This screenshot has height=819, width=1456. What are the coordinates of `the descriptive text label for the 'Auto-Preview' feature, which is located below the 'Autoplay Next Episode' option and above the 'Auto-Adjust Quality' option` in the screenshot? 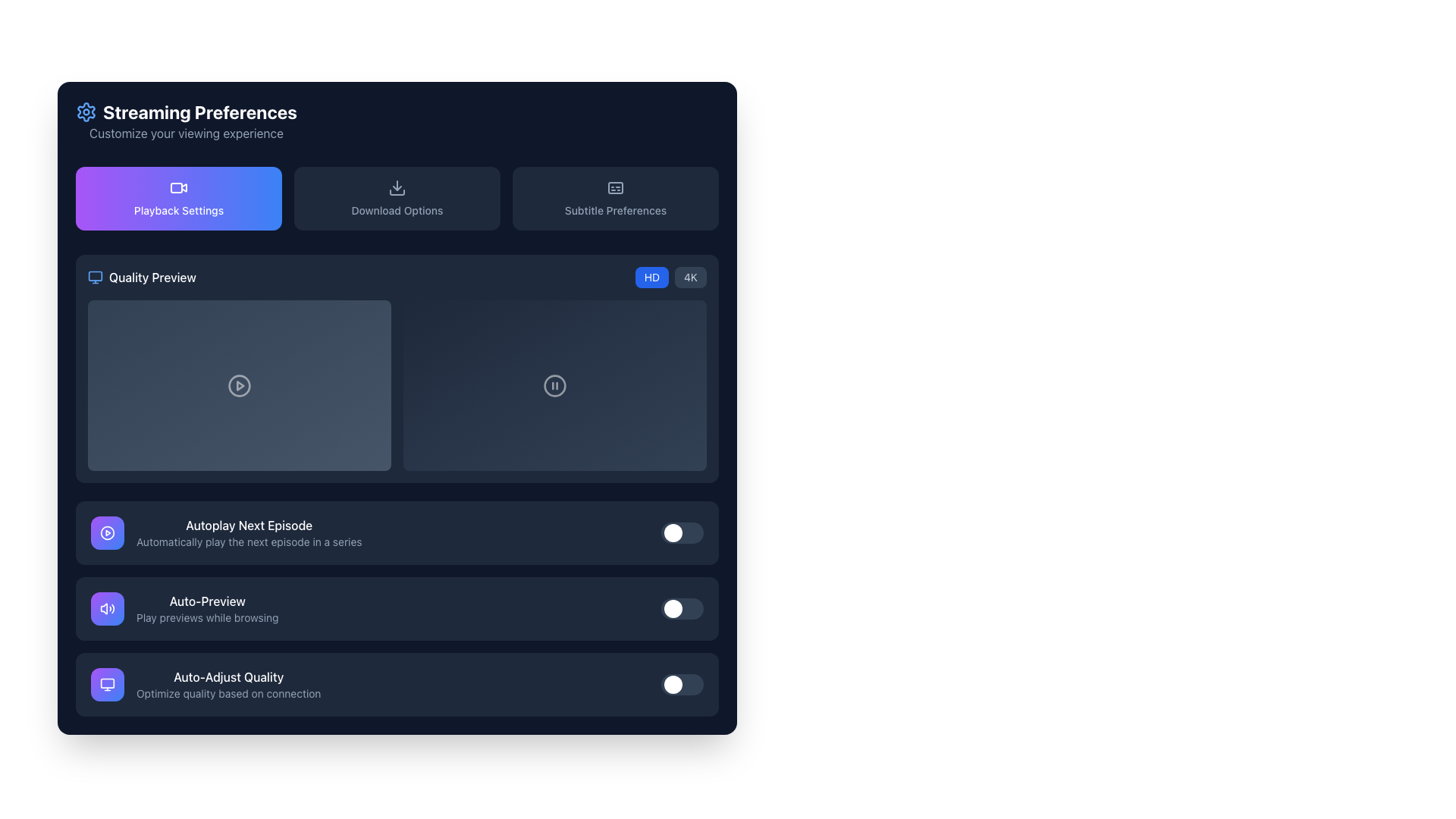 It's located at (206, 617).